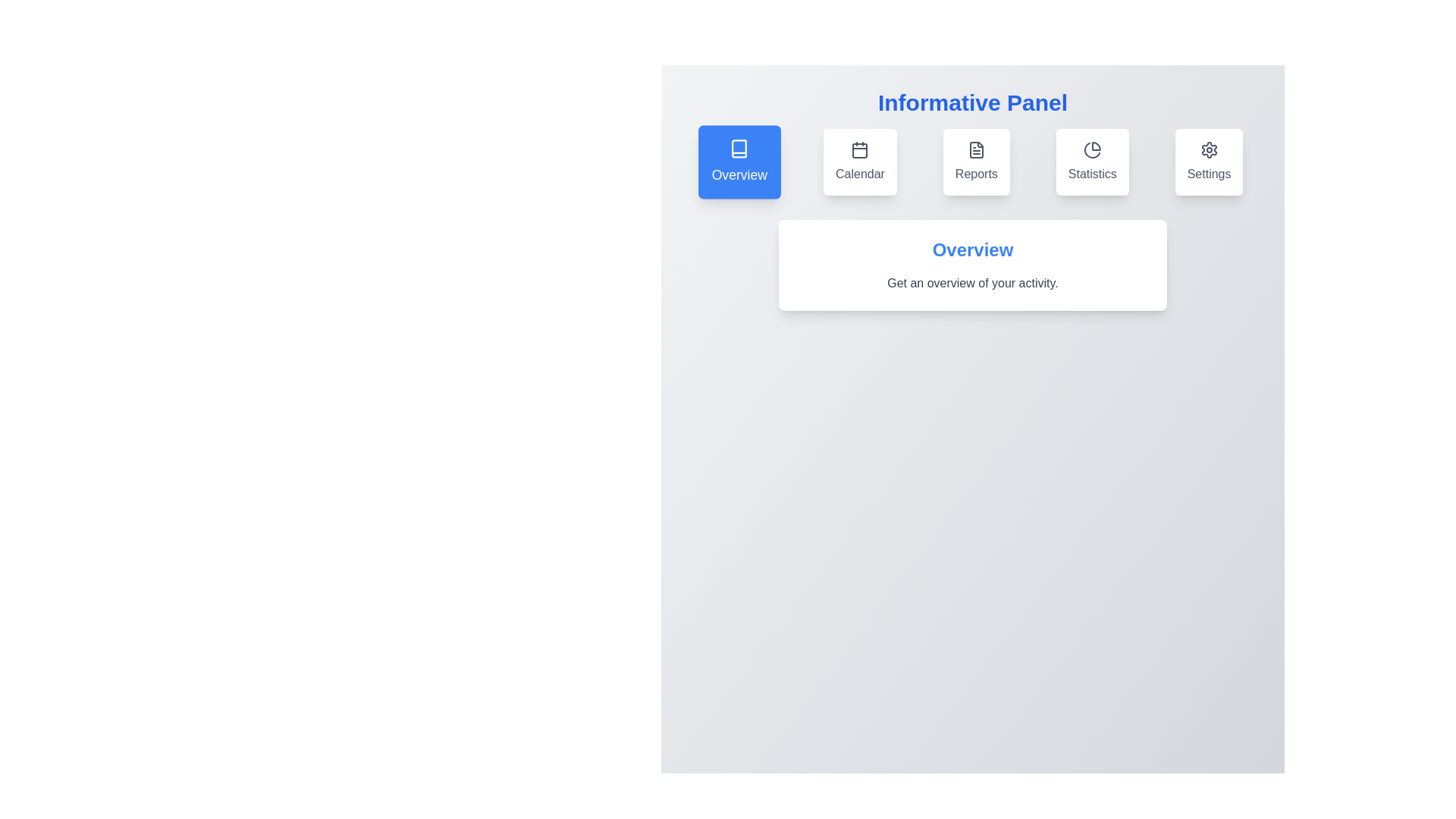  Describe the element at coordinates (976, 174) in the screenshot. I see `text content of the 'Reports' element, which is a medium-weight text displaying the word 'Reports' in a modern style, located in the navigation section beneath the 'Informative Panel'` at that location.